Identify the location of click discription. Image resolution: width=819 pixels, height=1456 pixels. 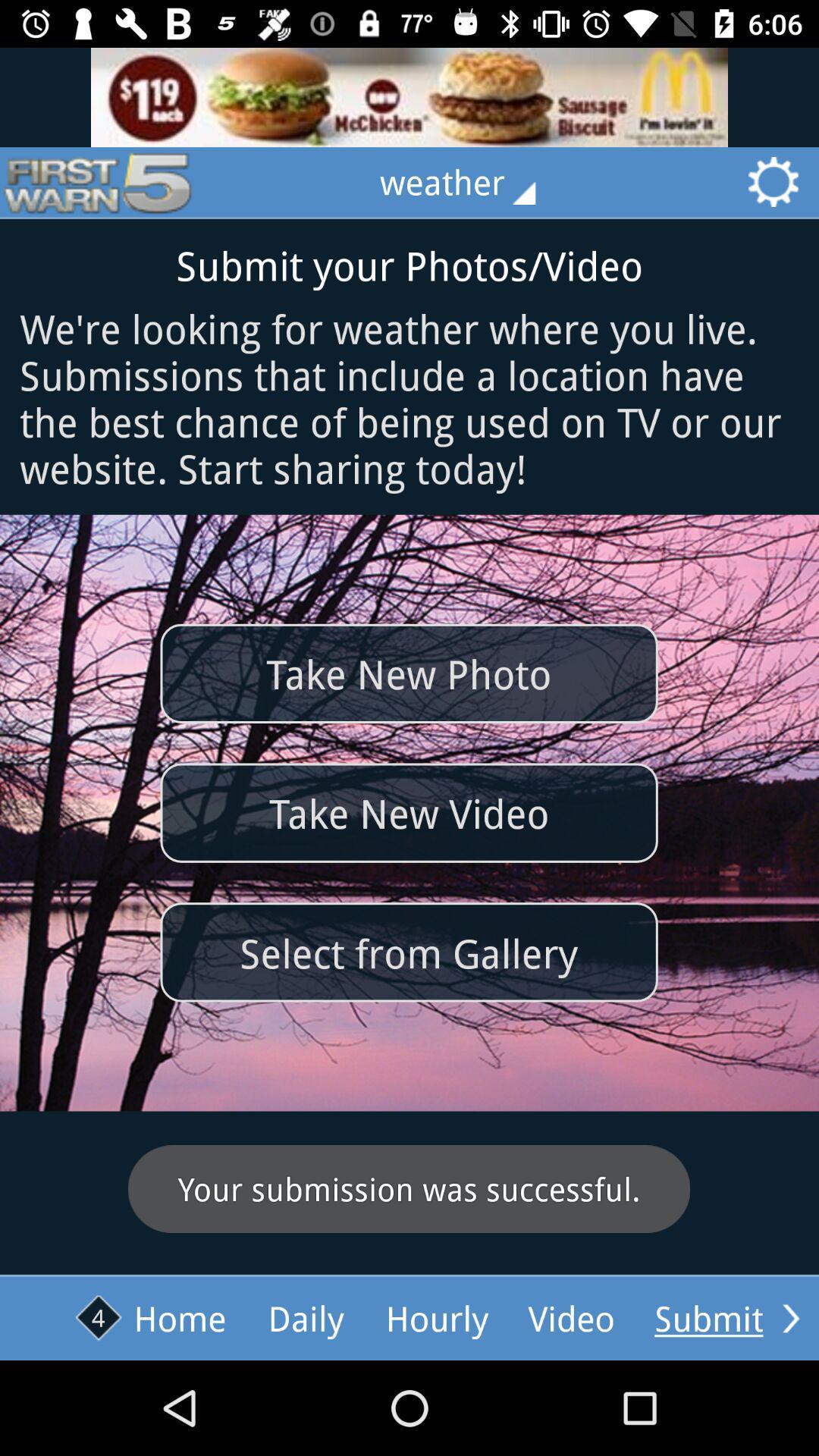
(409, 96).